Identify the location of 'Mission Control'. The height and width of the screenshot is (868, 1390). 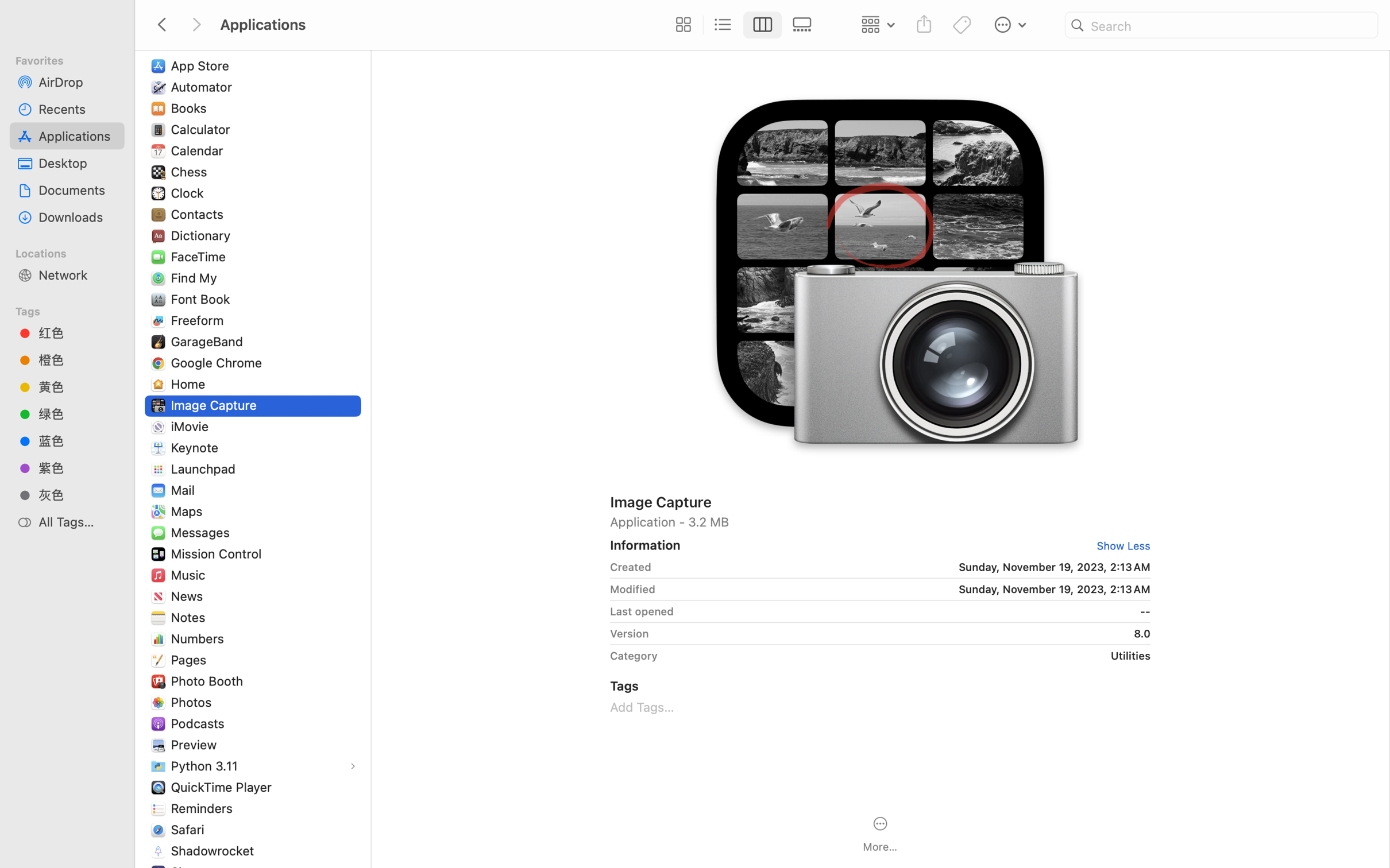
(219, 553).